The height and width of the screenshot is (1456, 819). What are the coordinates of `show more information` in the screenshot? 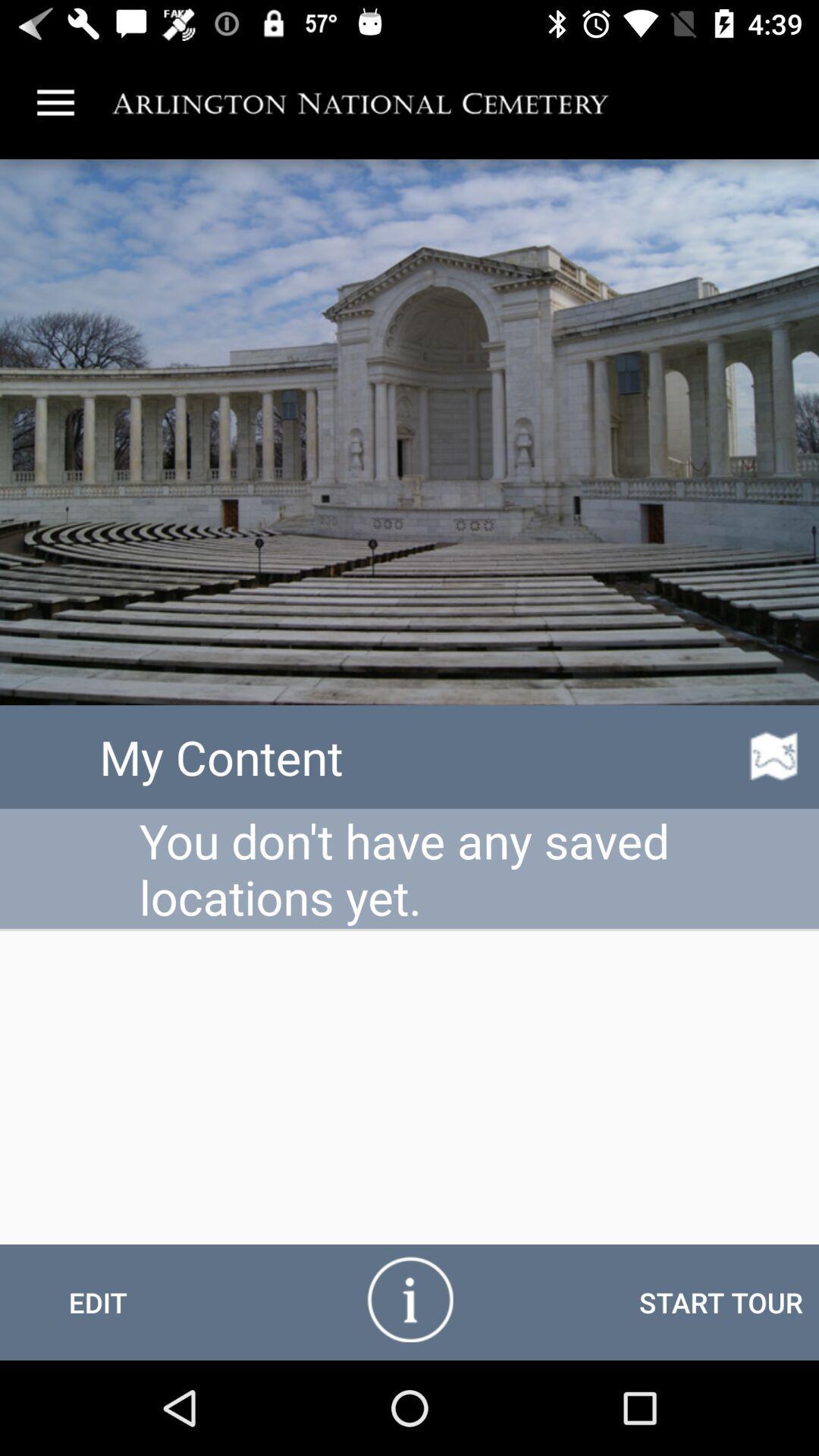 It's located at (409, 1298).